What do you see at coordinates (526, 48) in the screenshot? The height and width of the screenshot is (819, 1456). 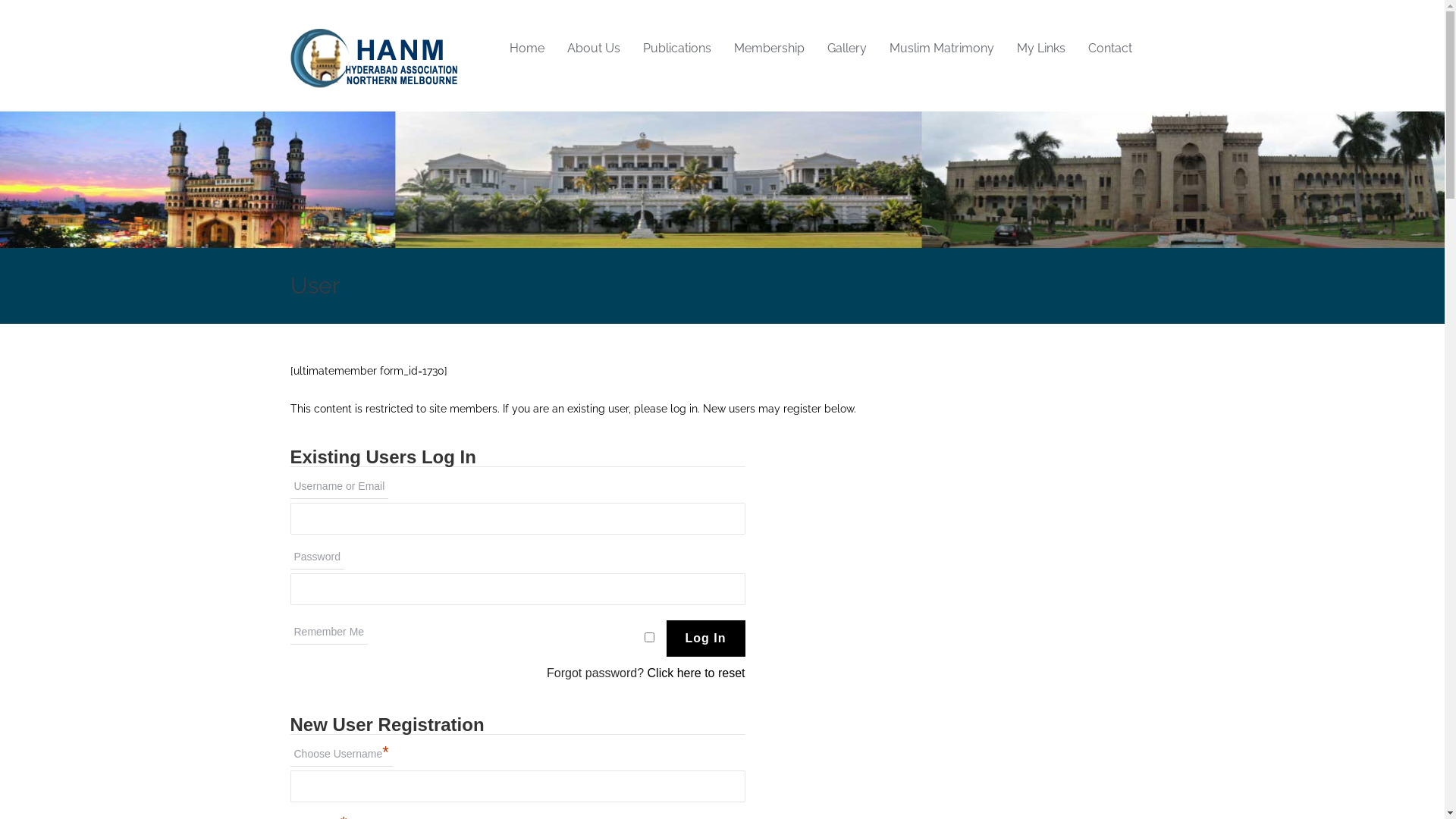 I see `'Home'` at bounding box center [526, 48].